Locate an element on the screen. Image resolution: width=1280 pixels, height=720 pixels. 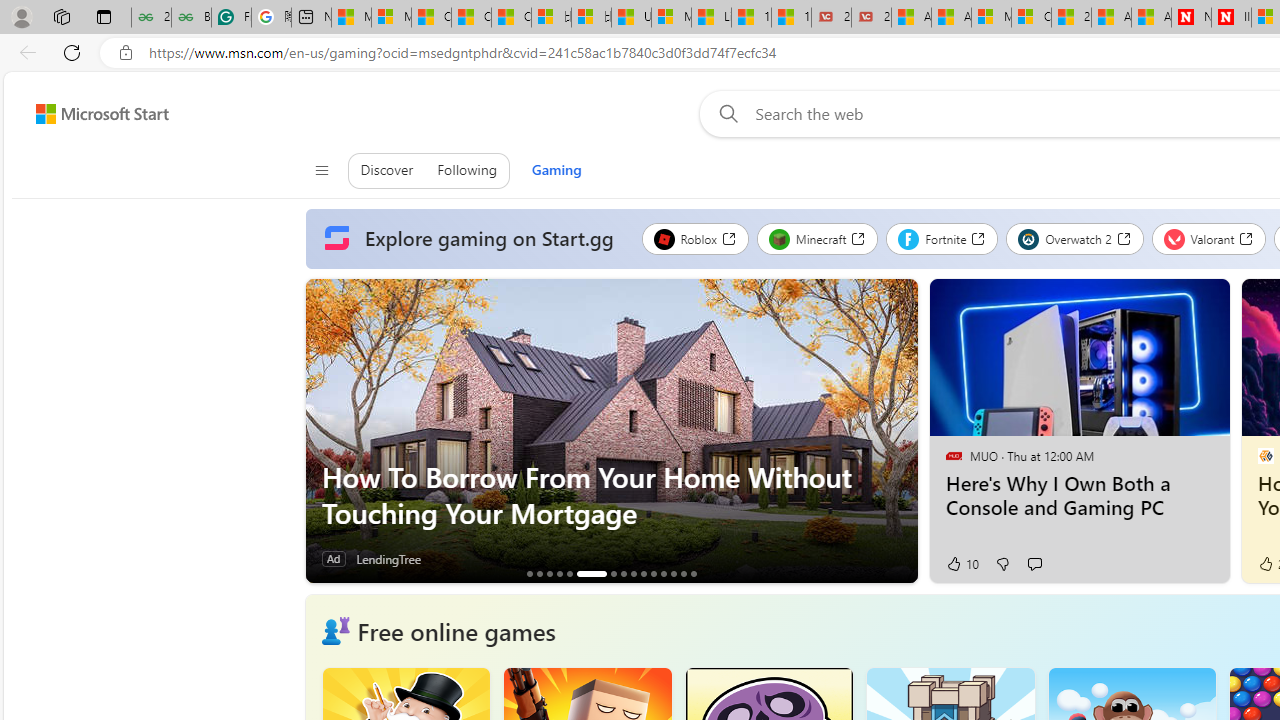
'Cloud Computing Services | Microsoft Azure' is located at coordinates (1031, 17).